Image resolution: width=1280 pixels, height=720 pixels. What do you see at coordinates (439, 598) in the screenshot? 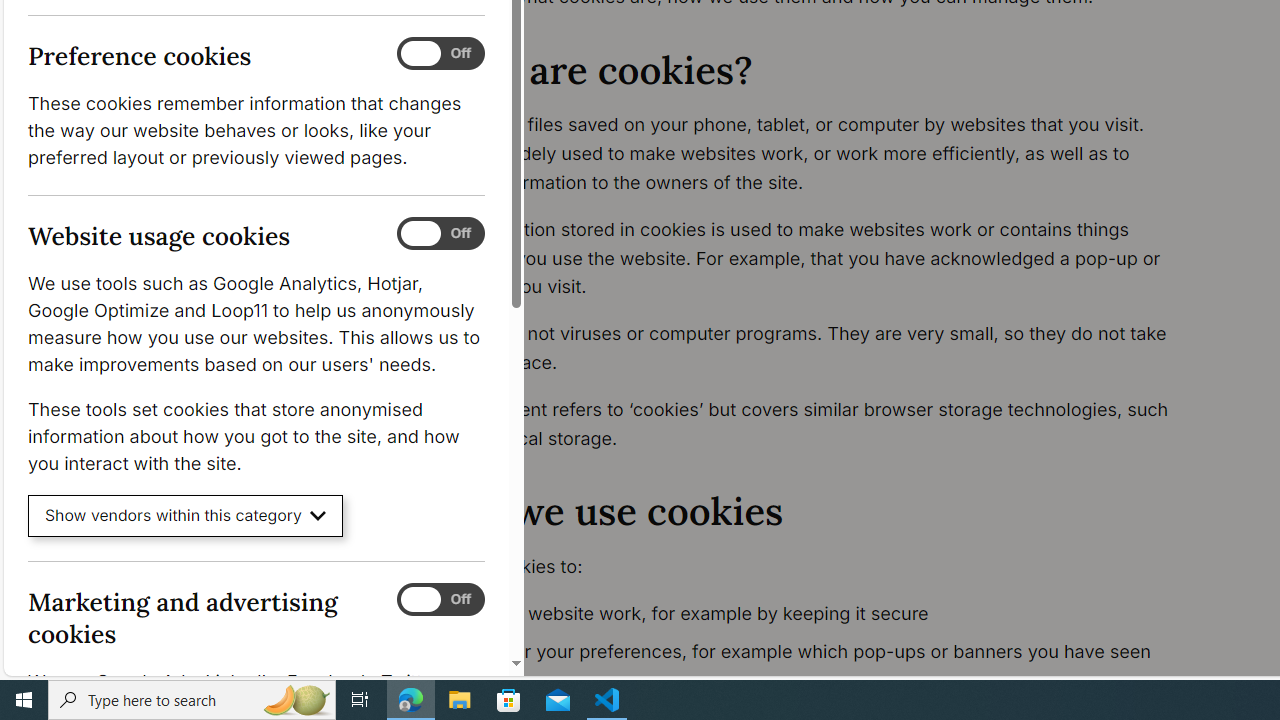
I see `'Marketing and advertising cookies'` at bounding box center [439, 598].